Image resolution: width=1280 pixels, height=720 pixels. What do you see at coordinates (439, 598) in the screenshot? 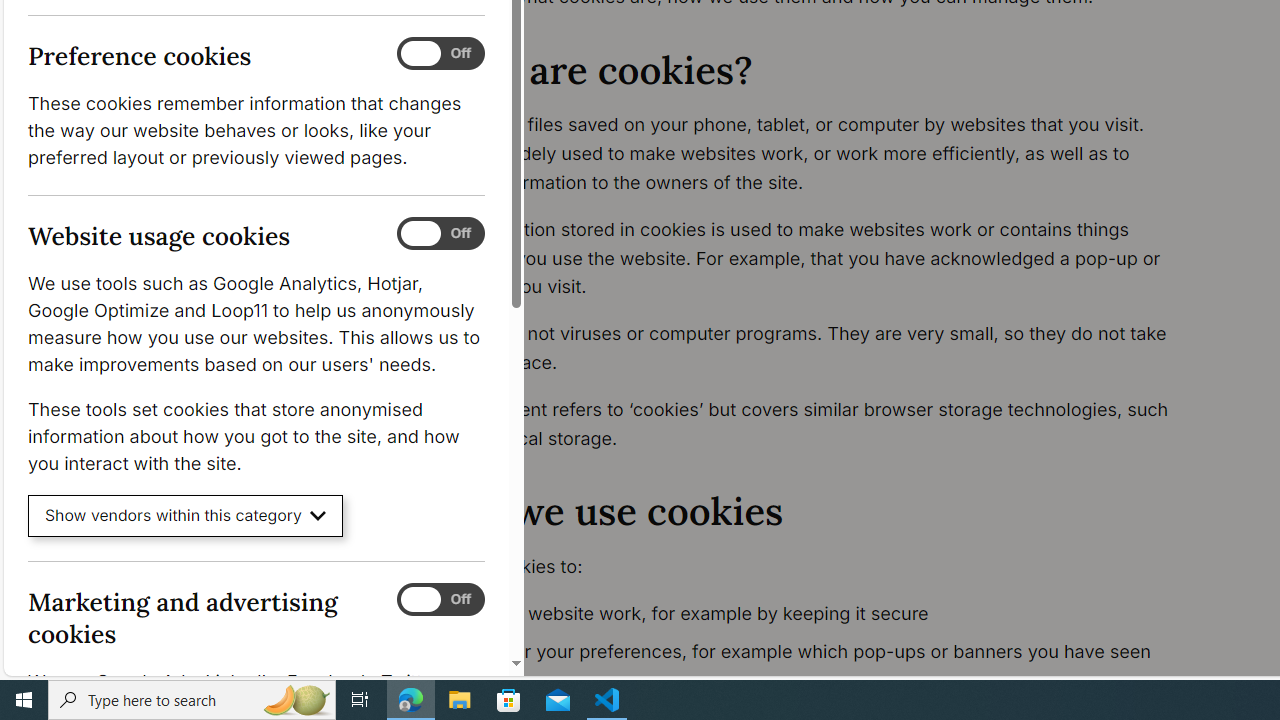
I see `'Marketing and advertising cookies'` at bounding box center [439, 598].